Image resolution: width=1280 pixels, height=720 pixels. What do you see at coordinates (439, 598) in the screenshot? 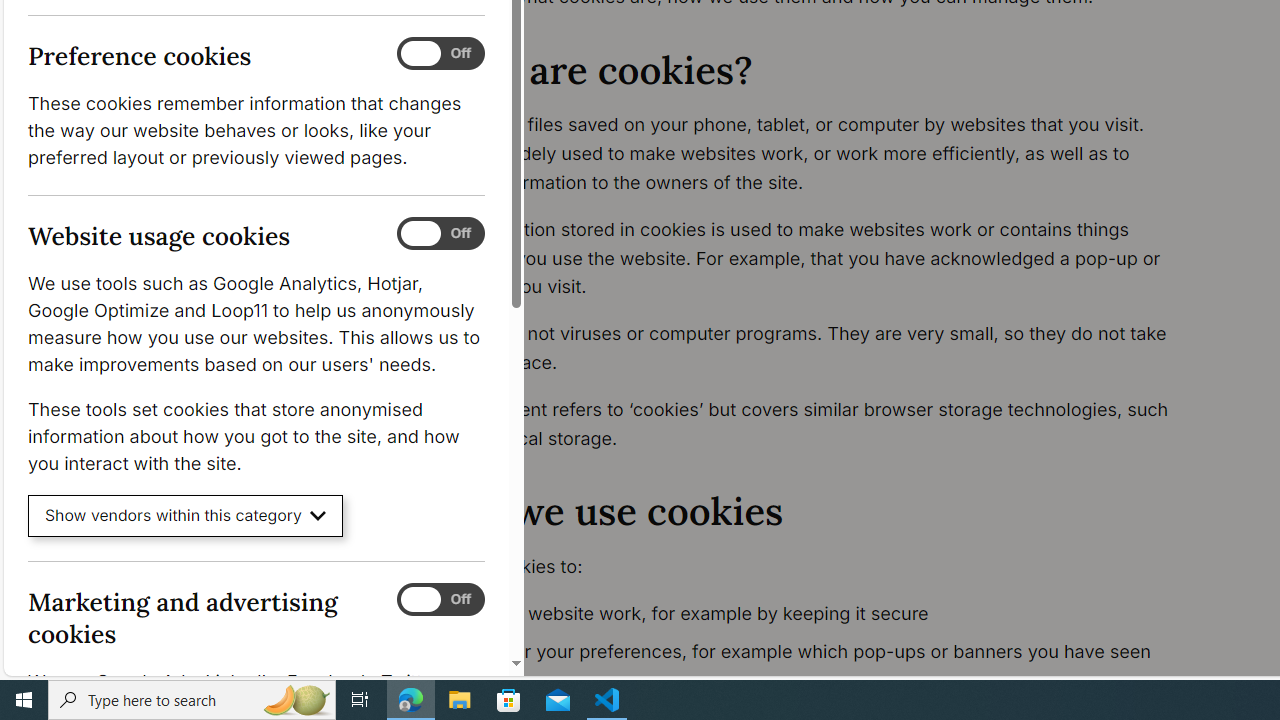
I see `'Marketing and advertising cookies'` at bounding box center [439, 598].